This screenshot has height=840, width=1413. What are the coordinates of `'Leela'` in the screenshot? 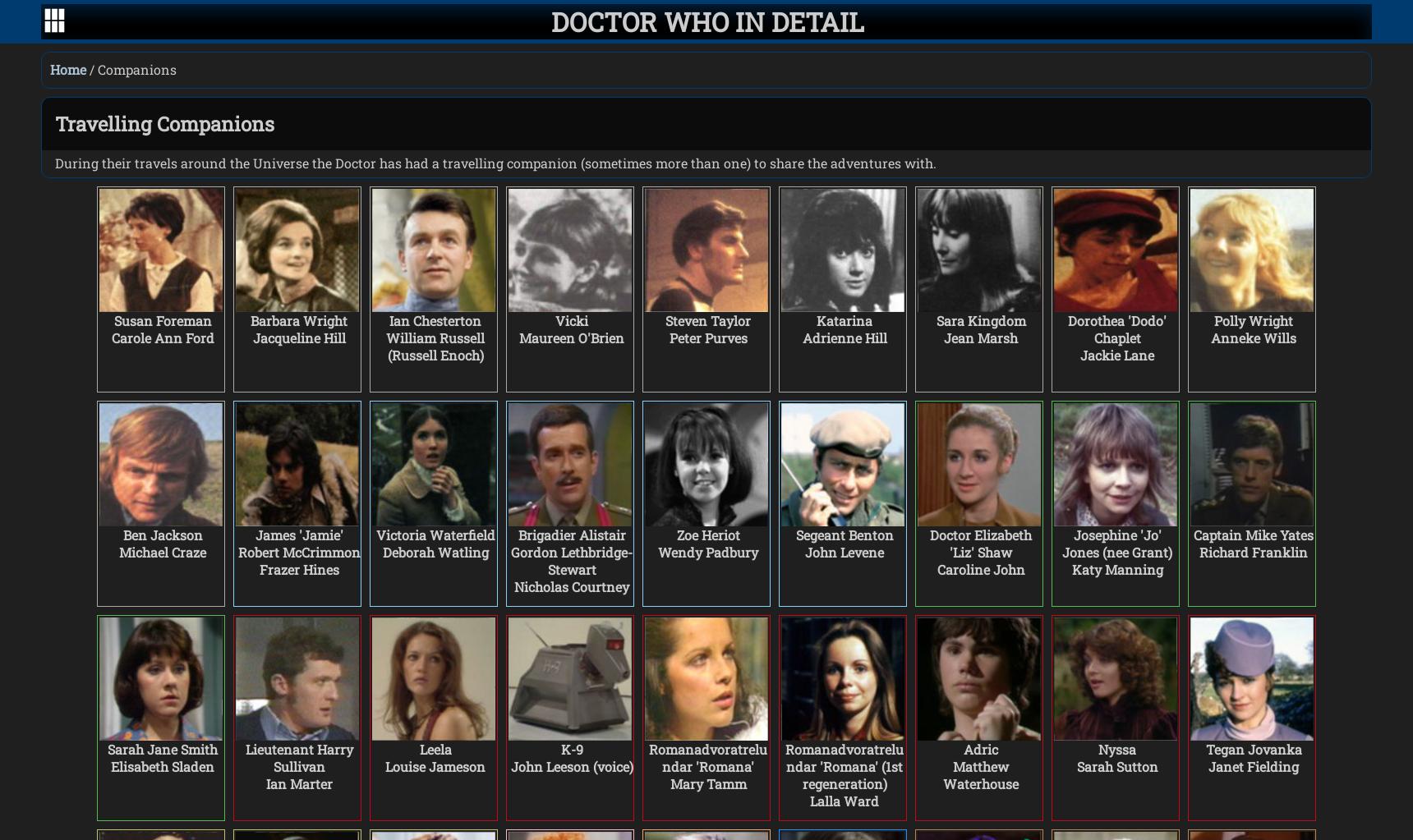 It's located at (435, 748).